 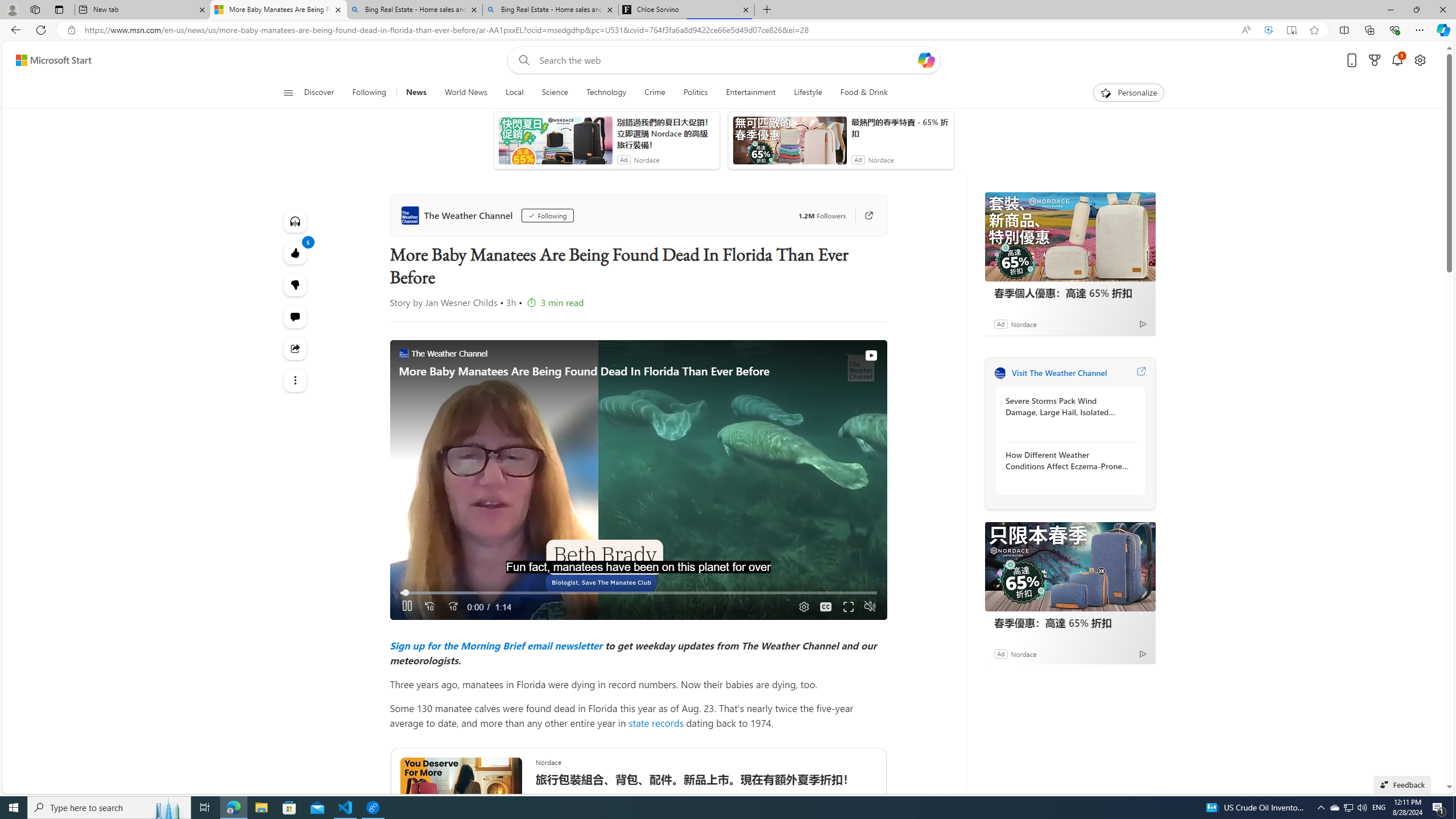 What do you see at coordinates (514, 92) in the screenshot?
I see `'Local'` at bounding box center [514, 92].